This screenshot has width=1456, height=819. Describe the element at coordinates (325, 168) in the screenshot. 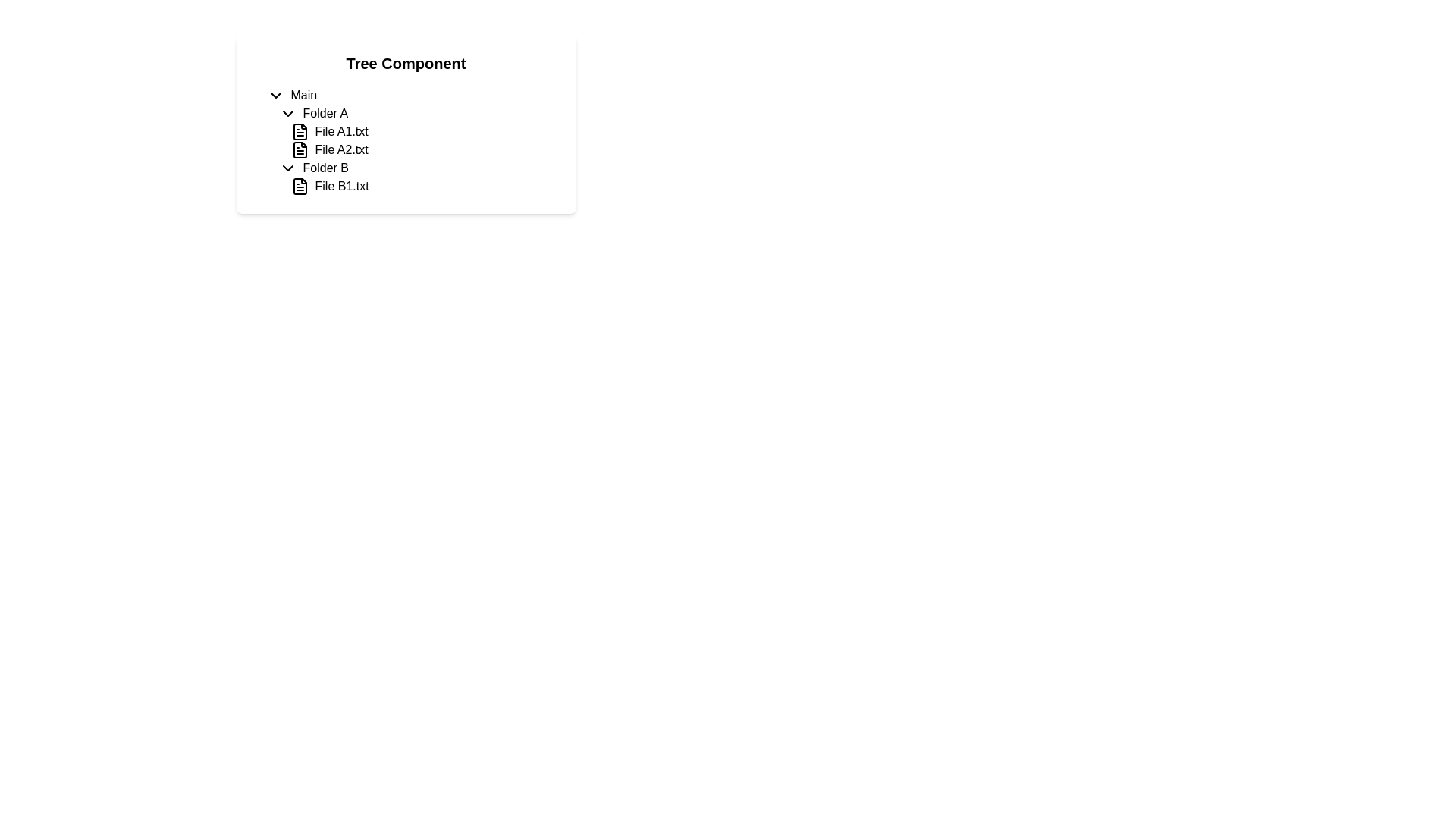

I see `the 'Folder B' text label in the Tree Component` at that location.